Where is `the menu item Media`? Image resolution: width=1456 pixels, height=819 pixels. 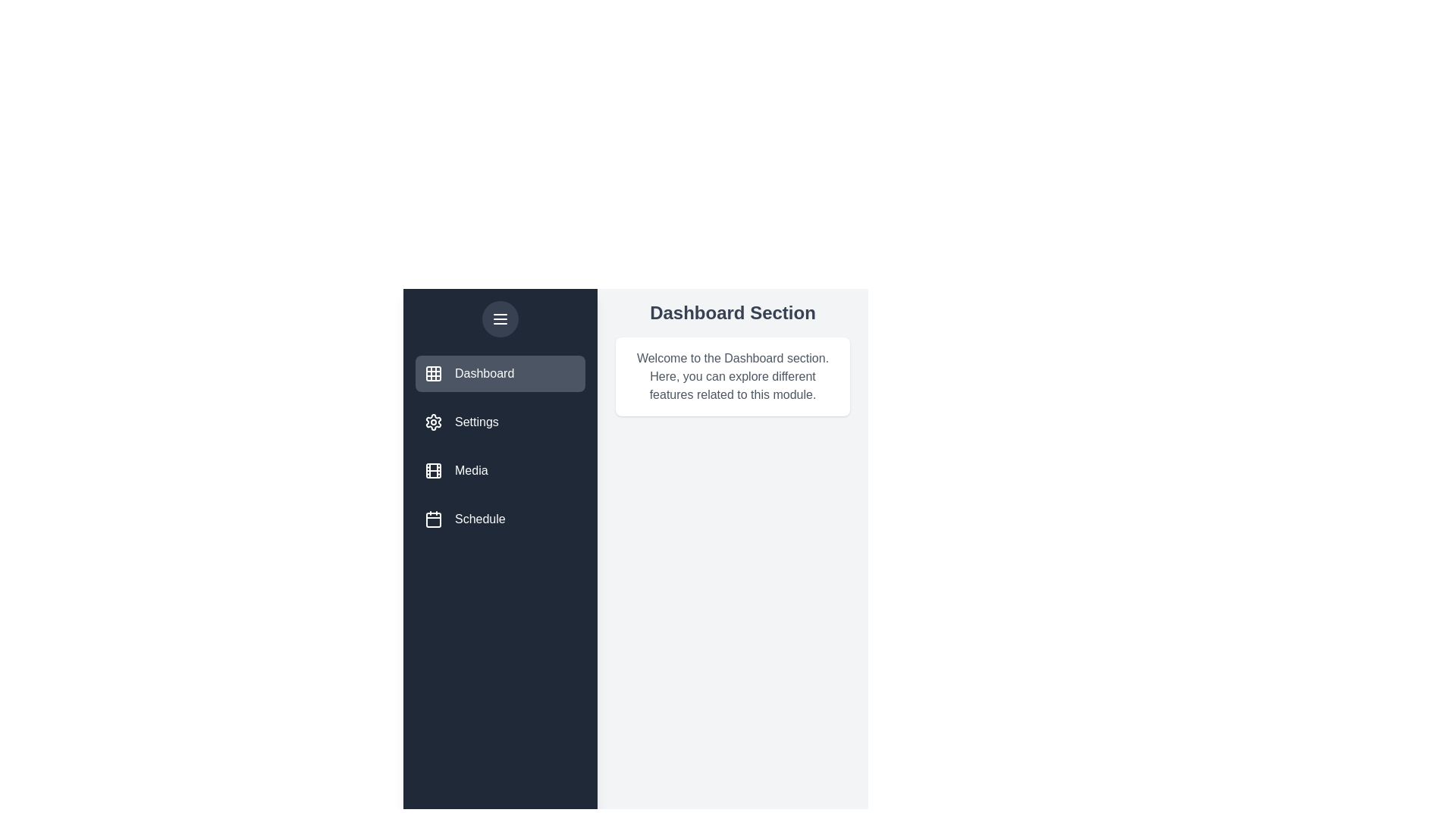 the menu item Media is located at coordinates (500, 470).